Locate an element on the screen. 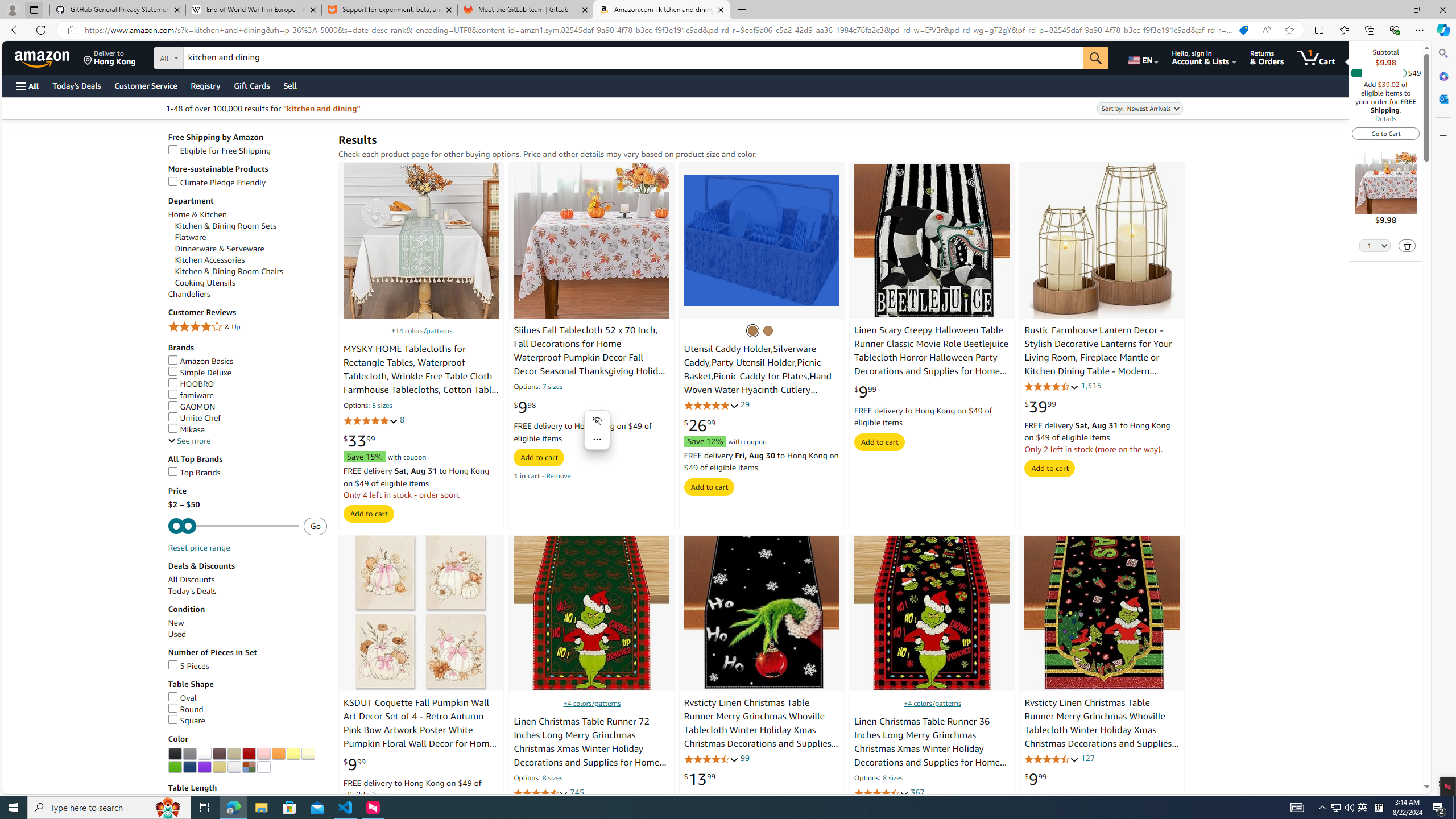 This screenshot has width=1456, height=819. '+14 colors/patterns' is located at coordinates (421, 330).